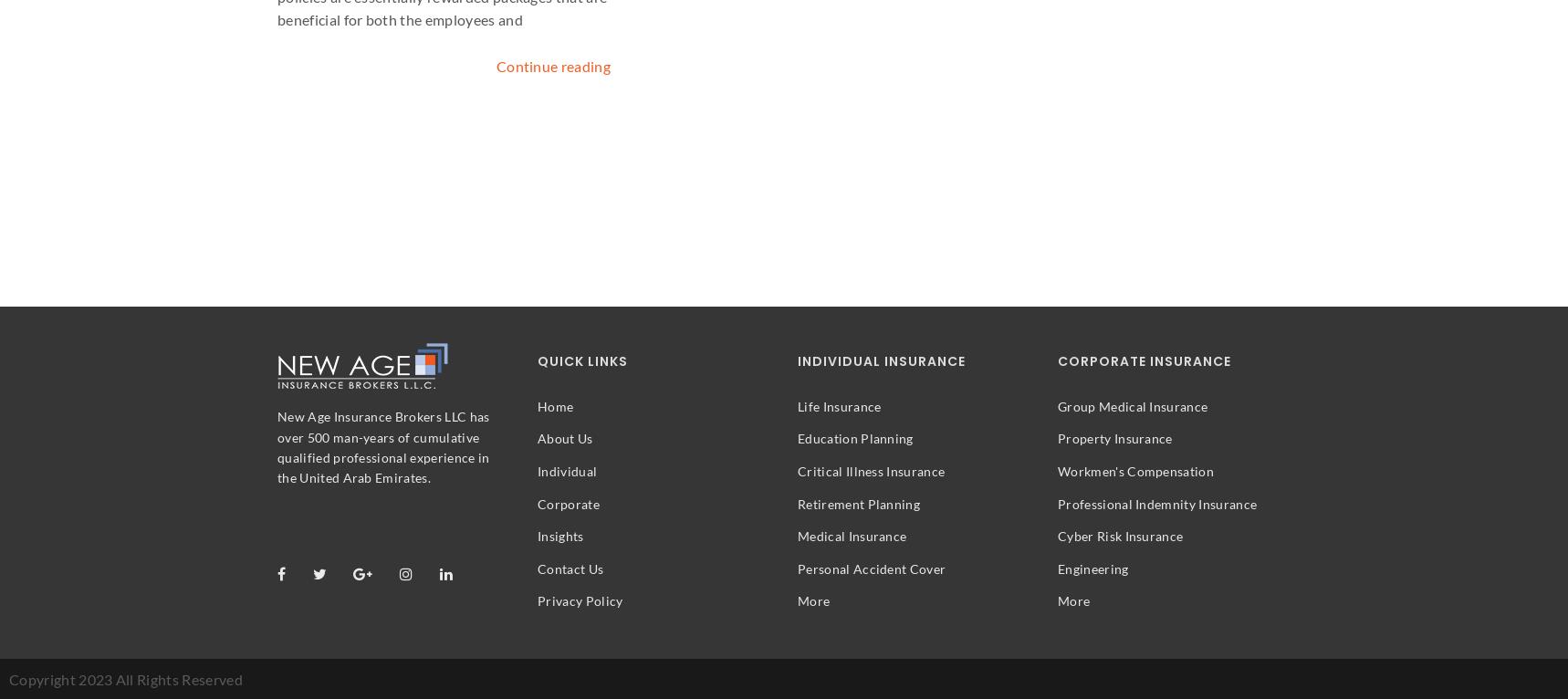 This screenshot has height=699, width=1568. What do you see at coordinates (1092, 567) in the screenshot?
I see `'Engineering'` at bounding box center [1092, 567].